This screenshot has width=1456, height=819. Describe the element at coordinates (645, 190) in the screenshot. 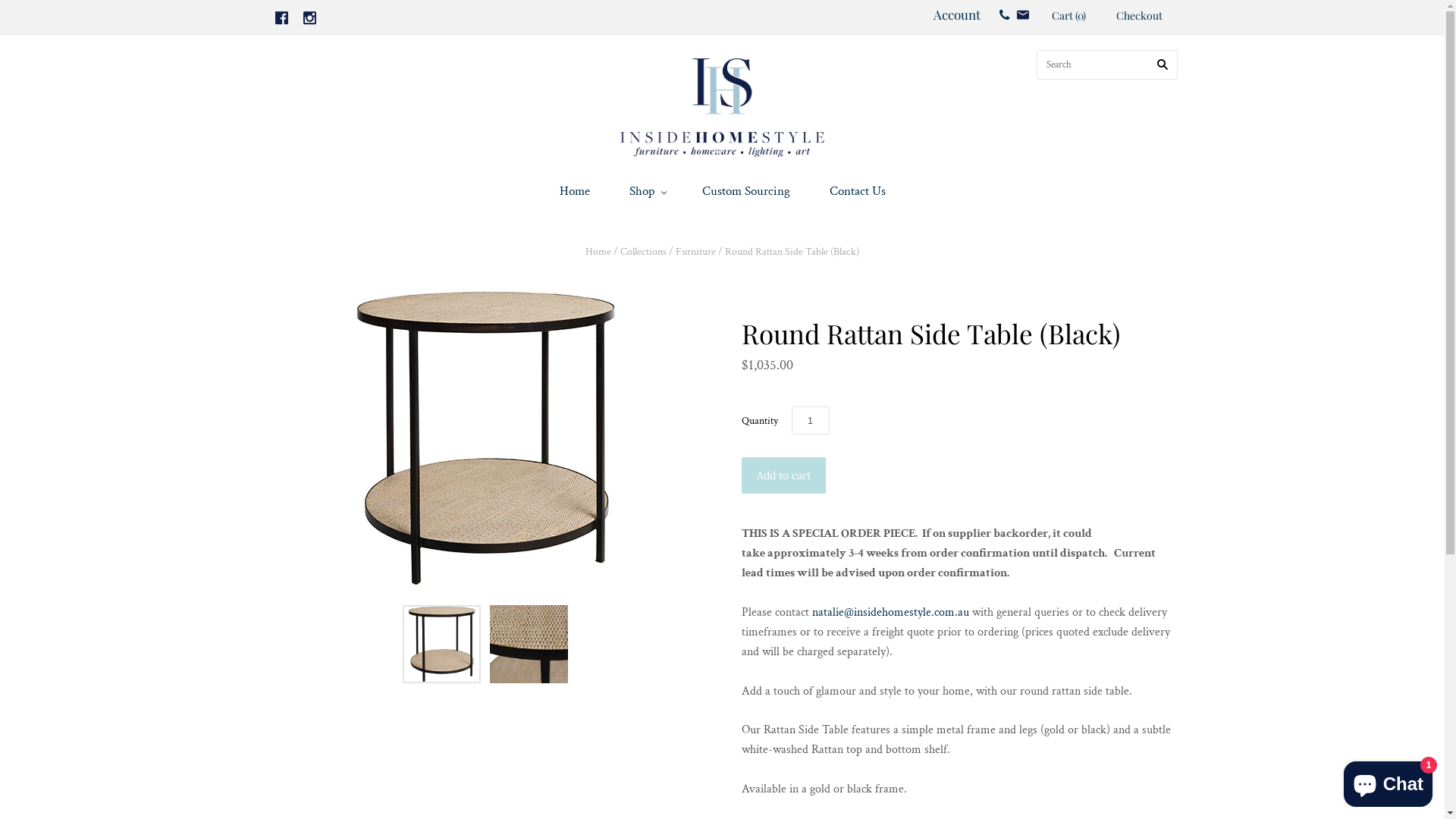

I see `'Shop'` at that location.